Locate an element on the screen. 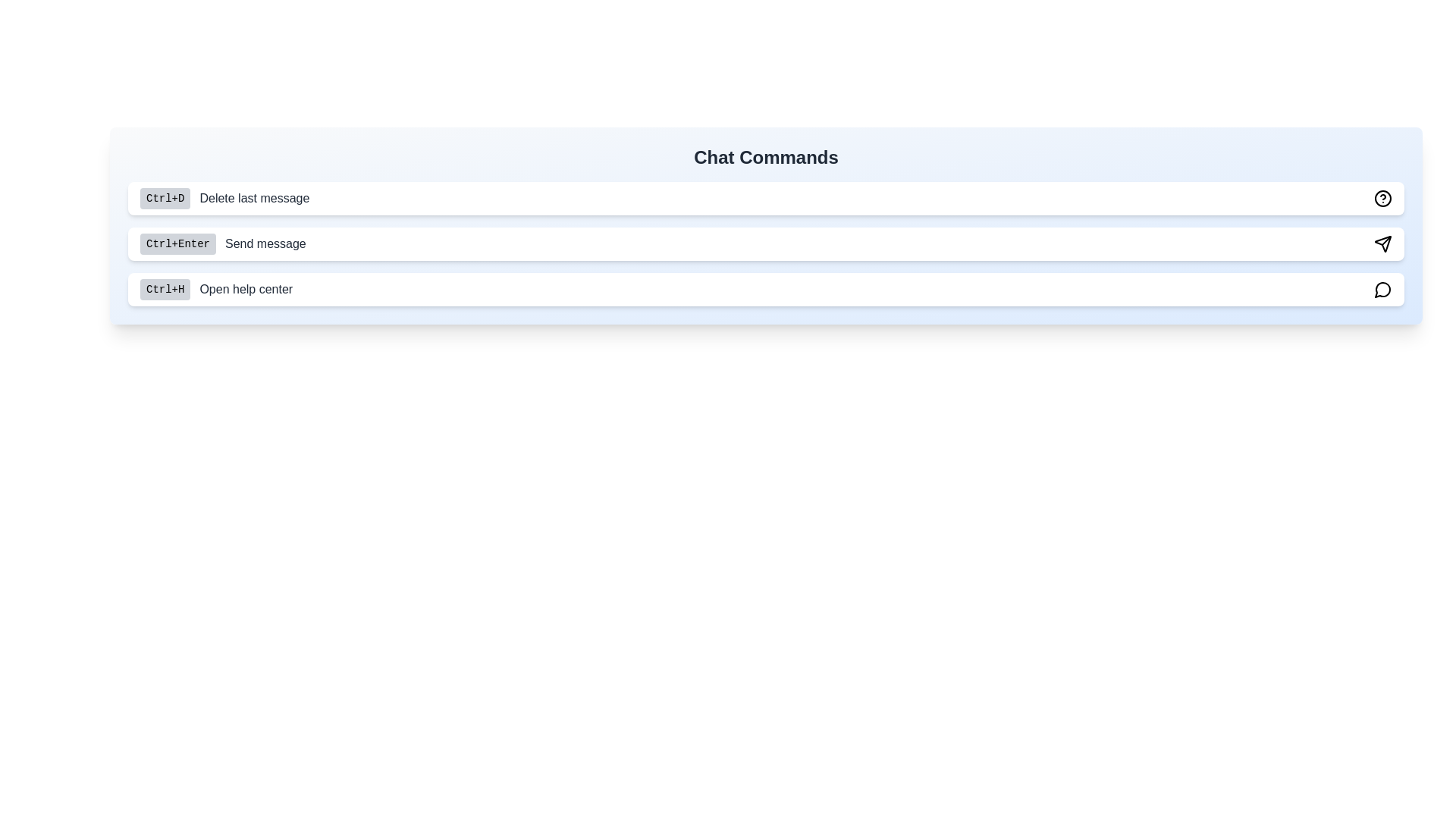 The width and height of the screenshot is (1456, 819). the prominent text header labeled 'Chat Commands', which is bold and extra-large in dark gray color, positioned at the top of a section with a gradient background is located at coordinates (766, 158).